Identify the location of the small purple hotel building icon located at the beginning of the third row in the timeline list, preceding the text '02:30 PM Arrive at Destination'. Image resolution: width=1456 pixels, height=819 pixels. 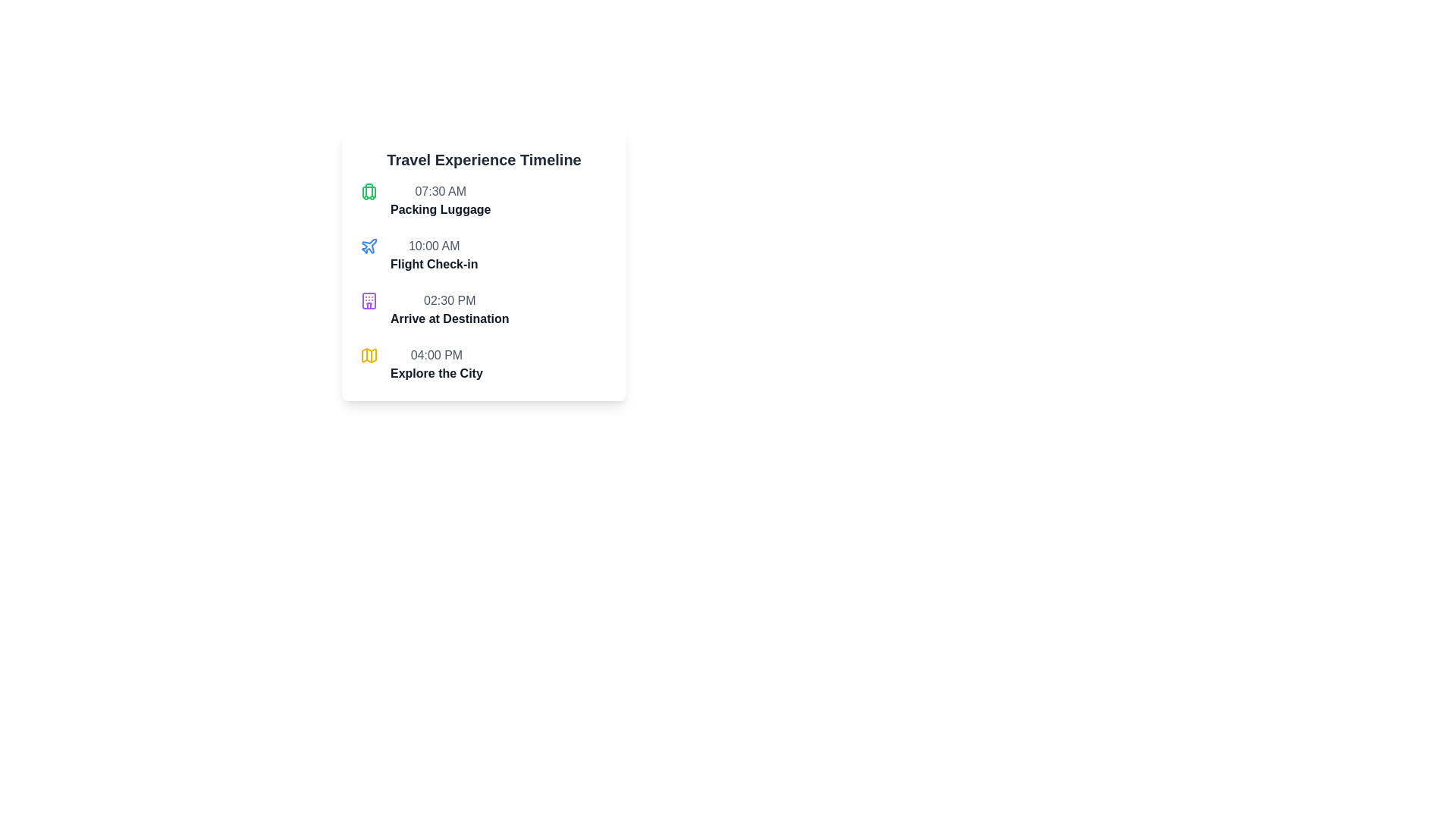
(369, 301).